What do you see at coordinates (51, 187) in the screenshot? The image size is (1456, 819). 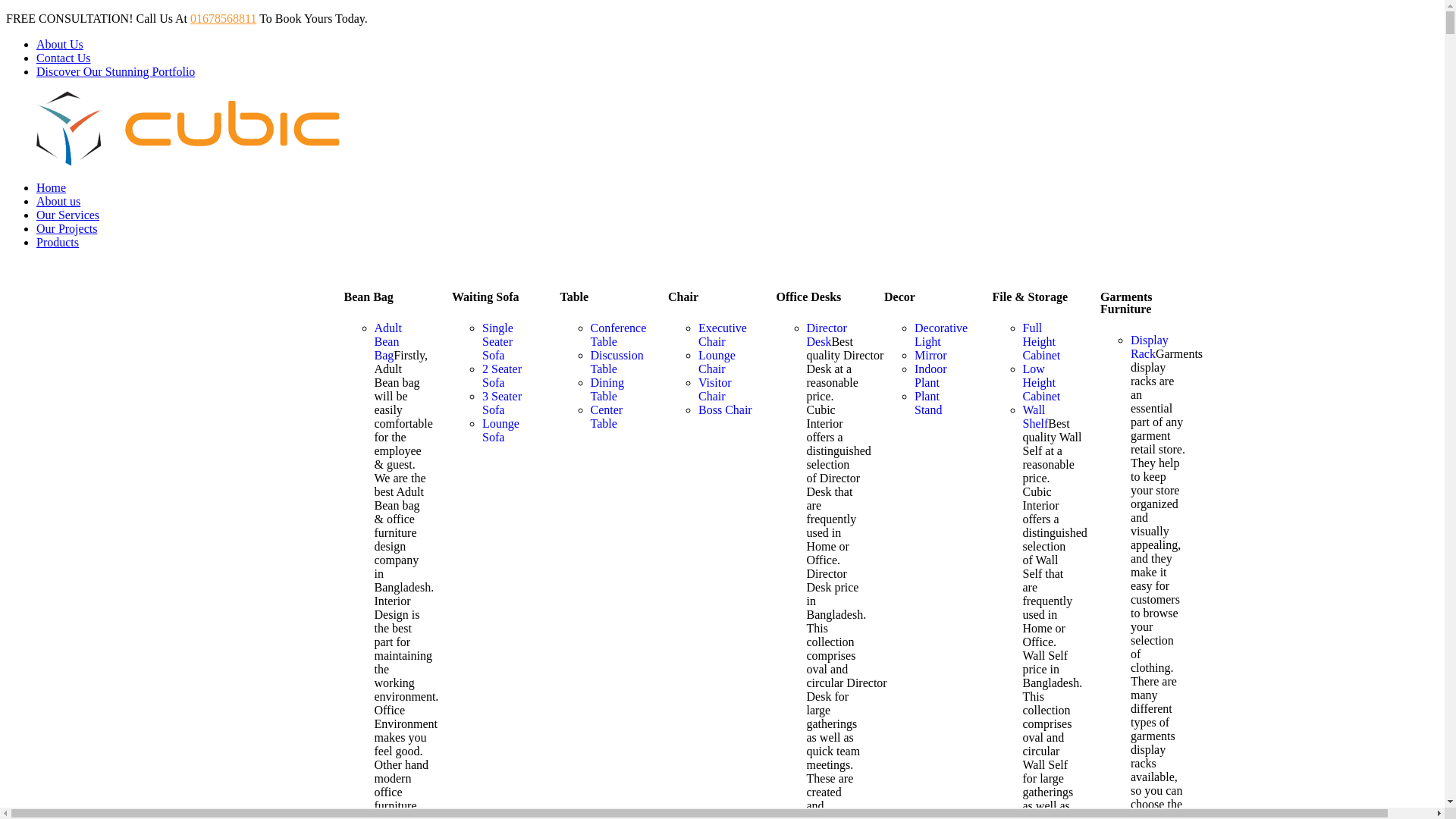 I see `'Home'` at bounding box center [51, 187].